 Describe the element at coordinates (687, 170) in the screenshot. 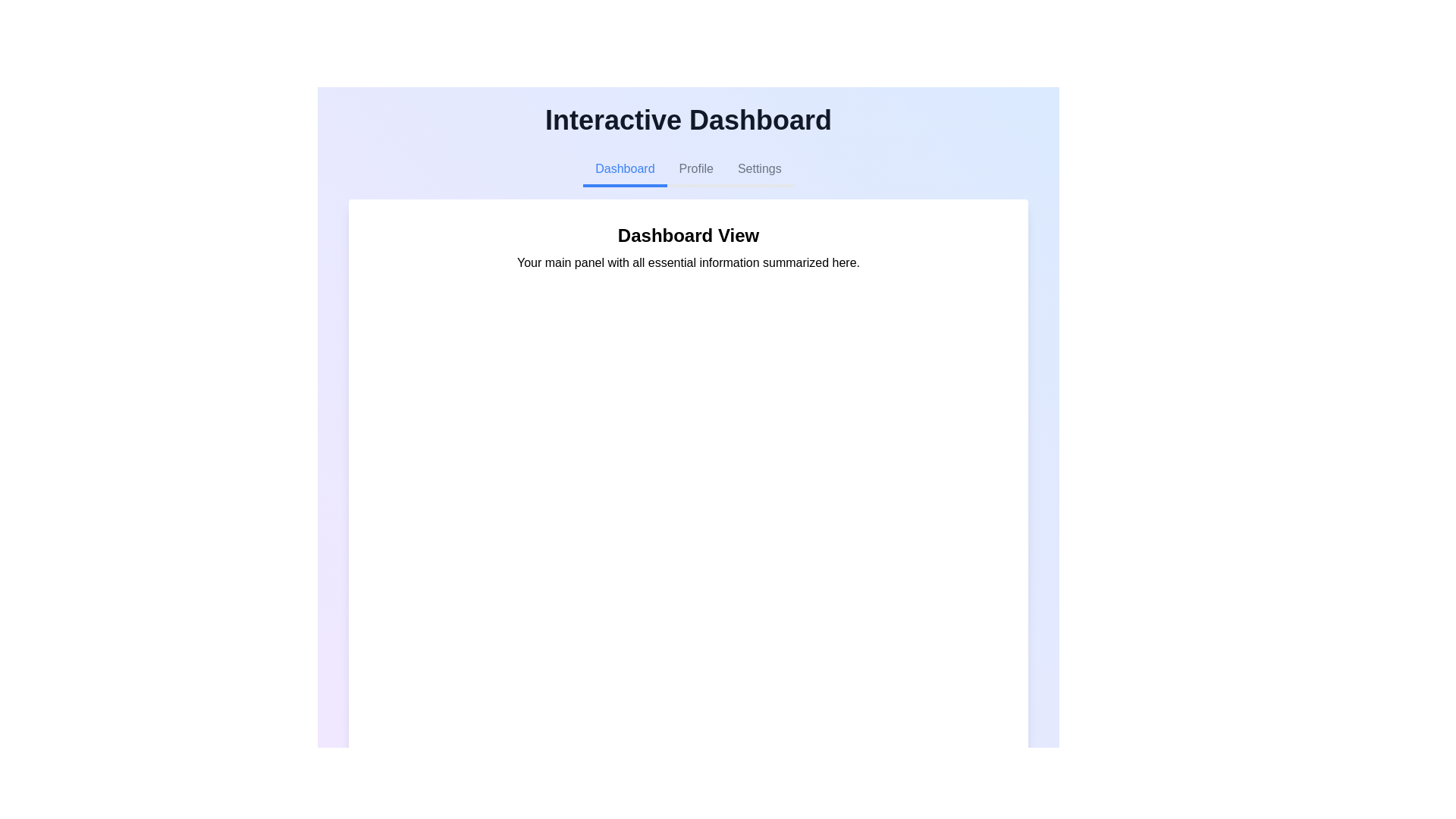

I see `the Profile tab in the navigation control located below the title 'Interactive Dashboard', which is the second tab to the right of 'Dashboard' and to the left of 'Settings'` at that location.